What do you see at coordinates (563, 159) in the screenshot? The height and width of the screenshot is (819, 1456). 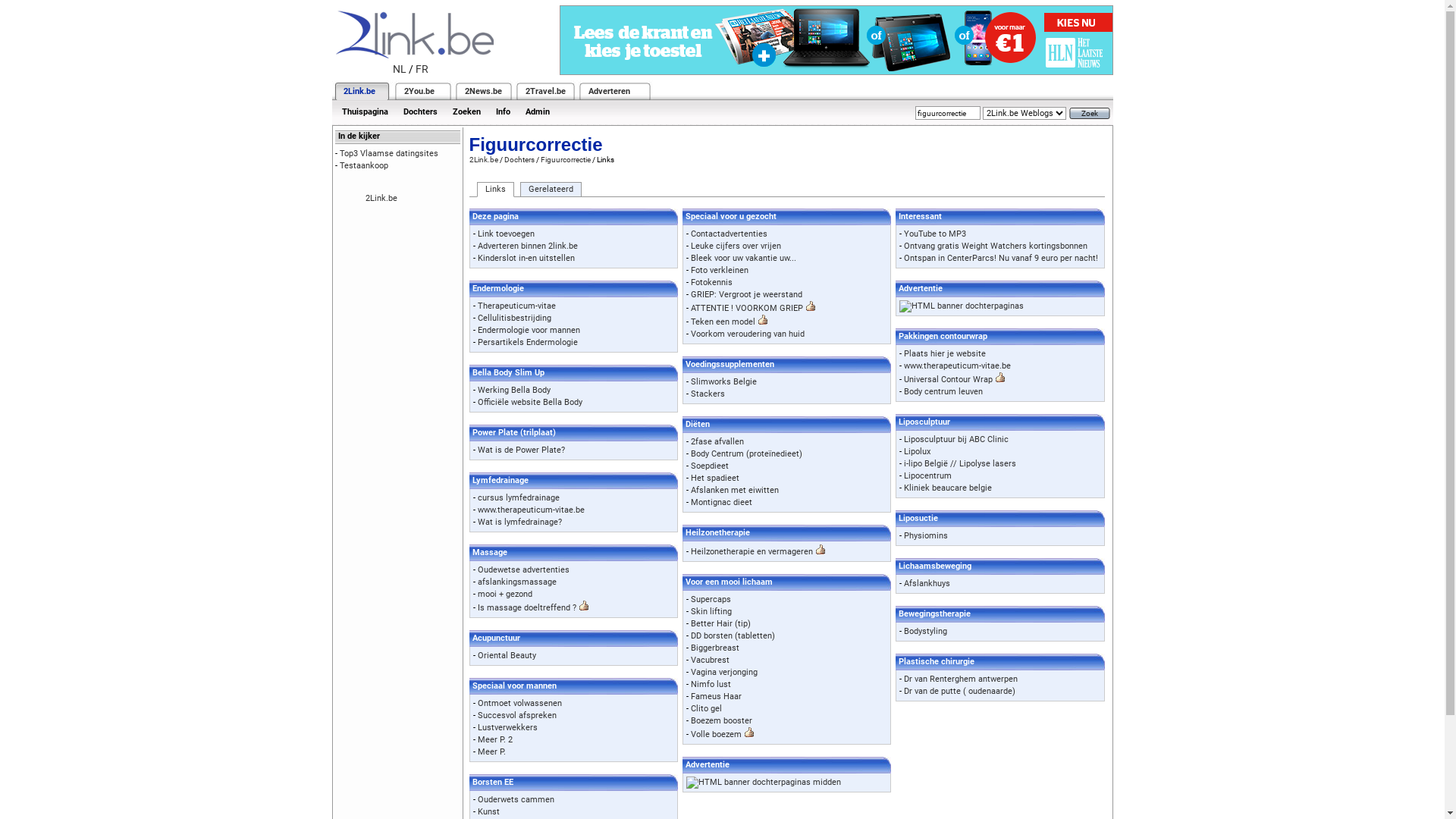 I see `'Figuurcorrectie'` at bounding box center [563, 159].